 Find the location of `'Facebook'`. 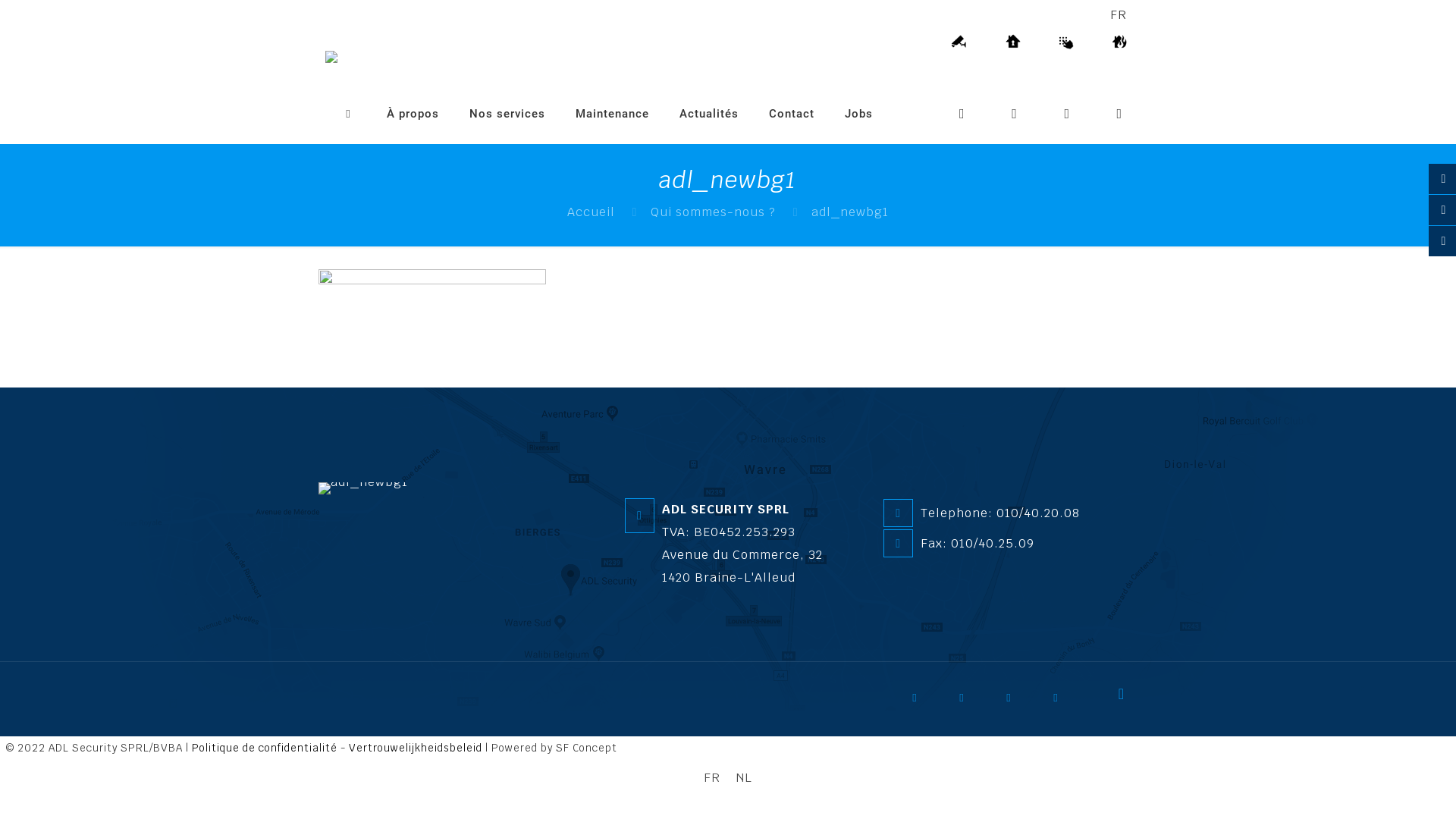

'Facebook' is located at coordinates (924, 702).